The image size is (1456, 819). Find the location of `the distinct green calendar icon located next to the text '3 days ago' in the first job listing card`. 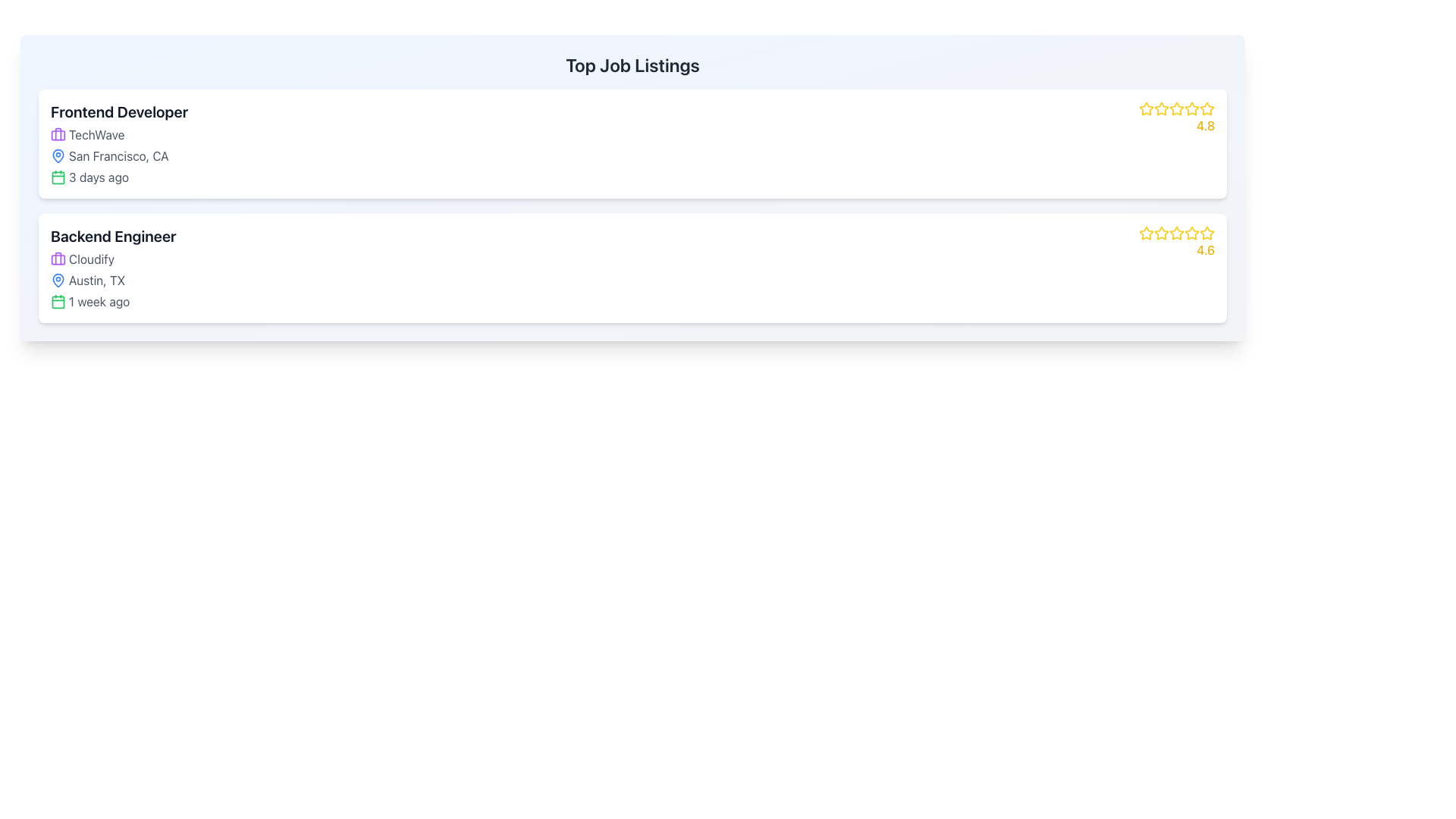

the distinct green calendar icon located next to the text '3 days ago' in the first job listing card is located at coordinates (58, 177).